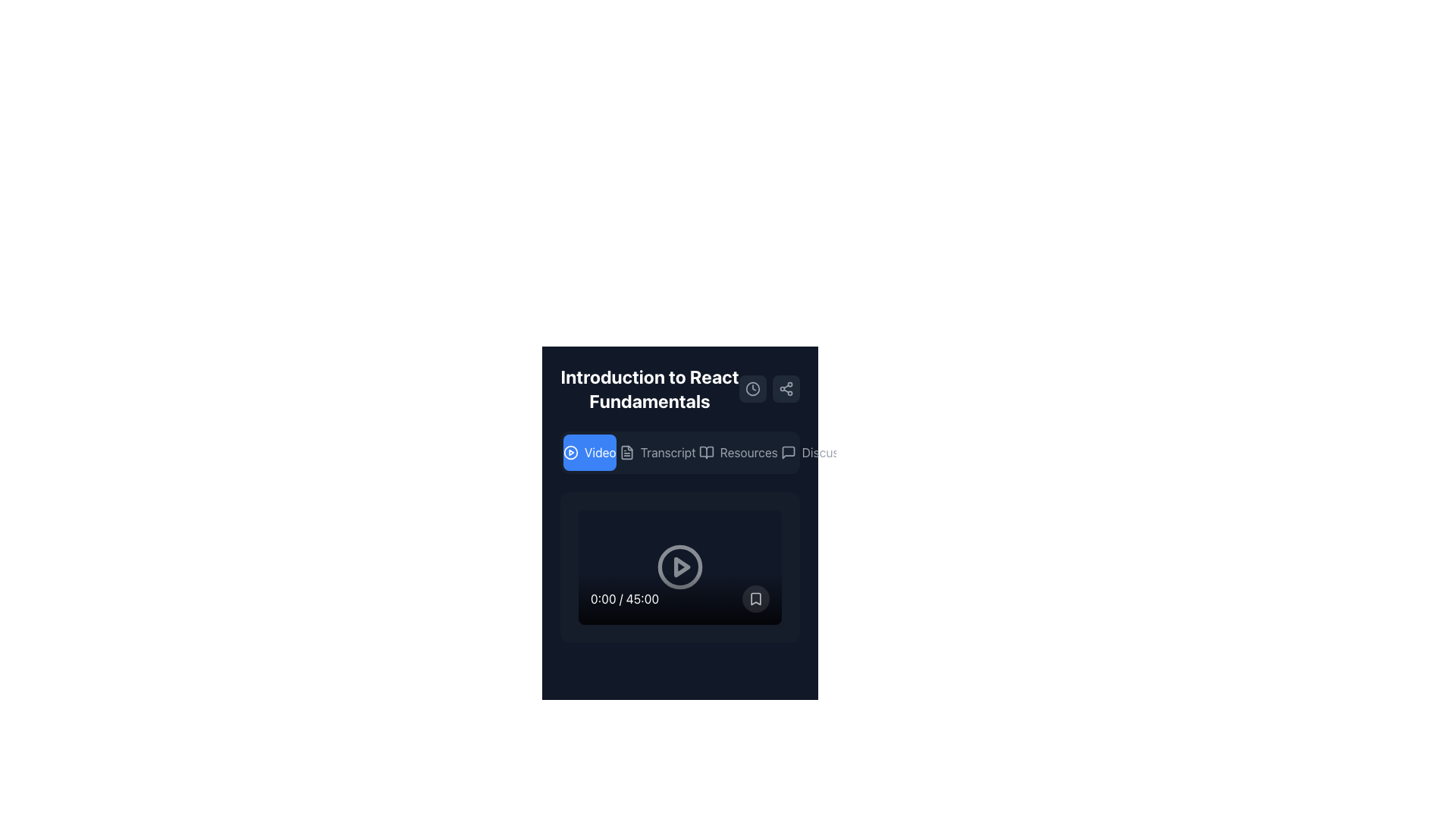 This screenshot has width=1456, height=819. What do you see at coordinates (657, 452) in the screenshot?
I see `the 'Transcript' button` at bounding box center [657, 452].